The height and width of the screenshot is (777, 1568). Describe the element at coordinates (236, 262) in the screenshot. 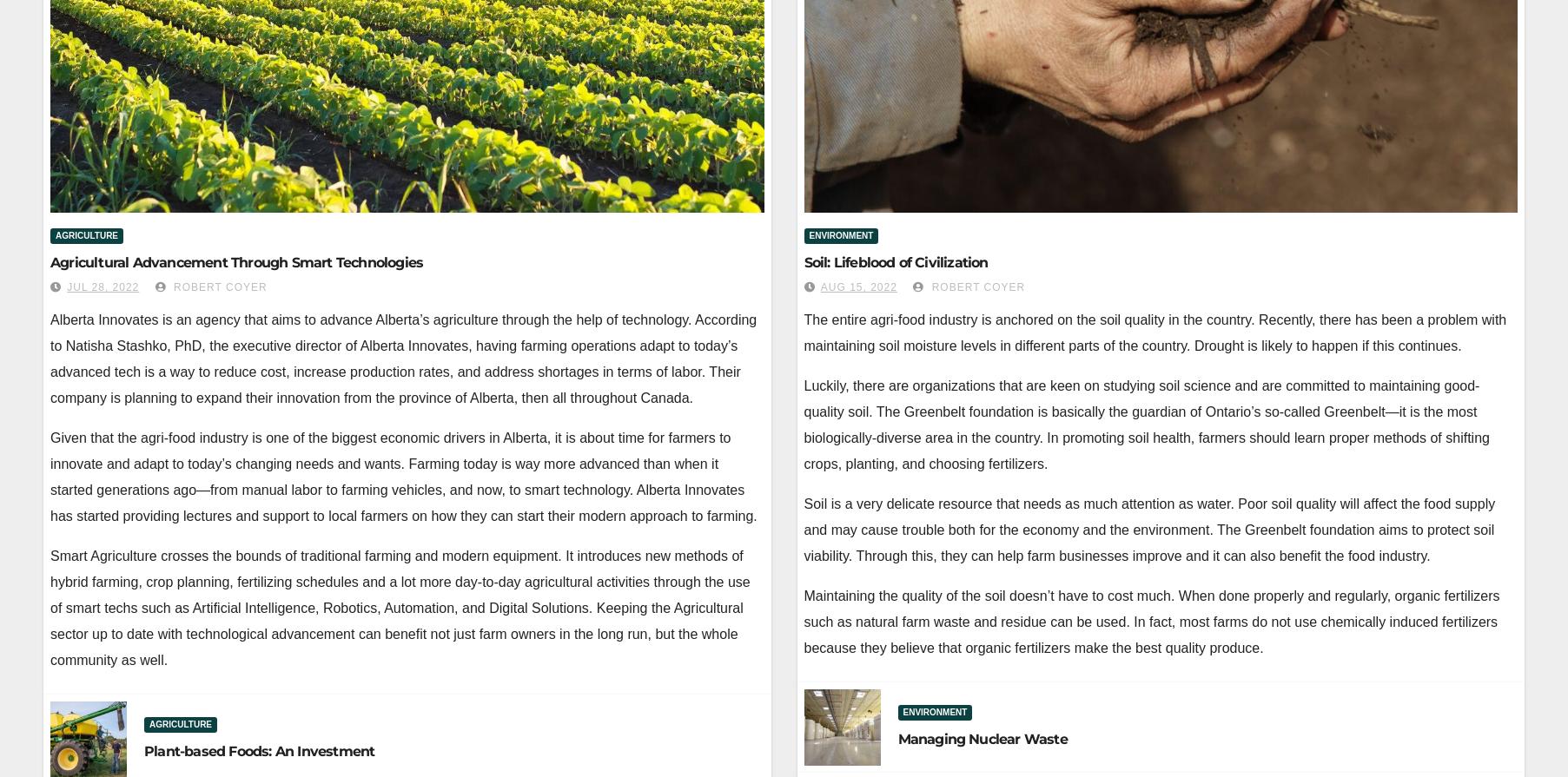

I see `'Agricultural Advancement Through Smart Technologies'` at that location.